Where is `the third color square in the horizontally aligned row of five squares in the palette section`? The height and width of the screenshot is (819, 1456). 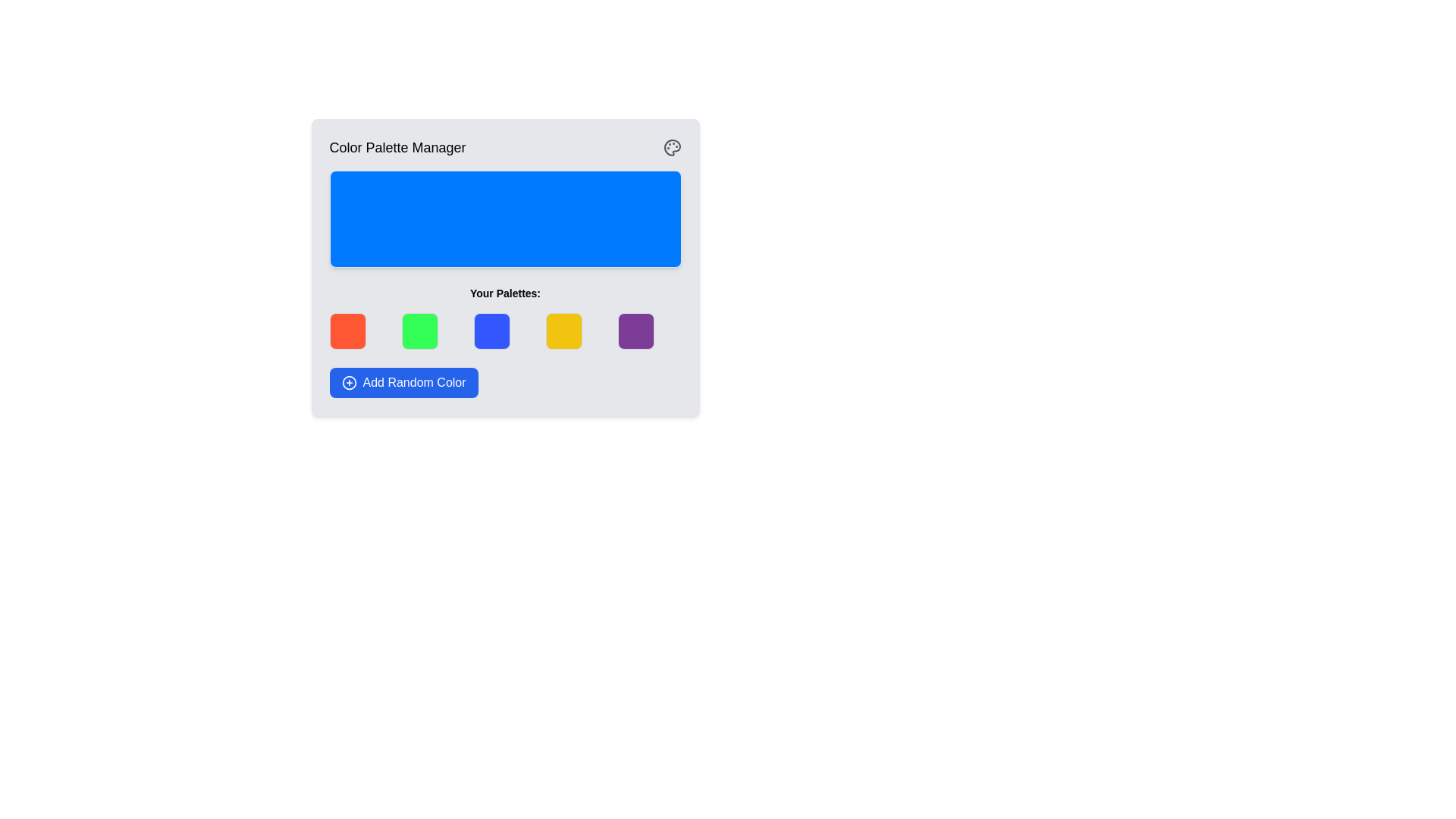 the third color square in the horizontally aligned row of five squares in the palette section is located at coordinates (491, 330).